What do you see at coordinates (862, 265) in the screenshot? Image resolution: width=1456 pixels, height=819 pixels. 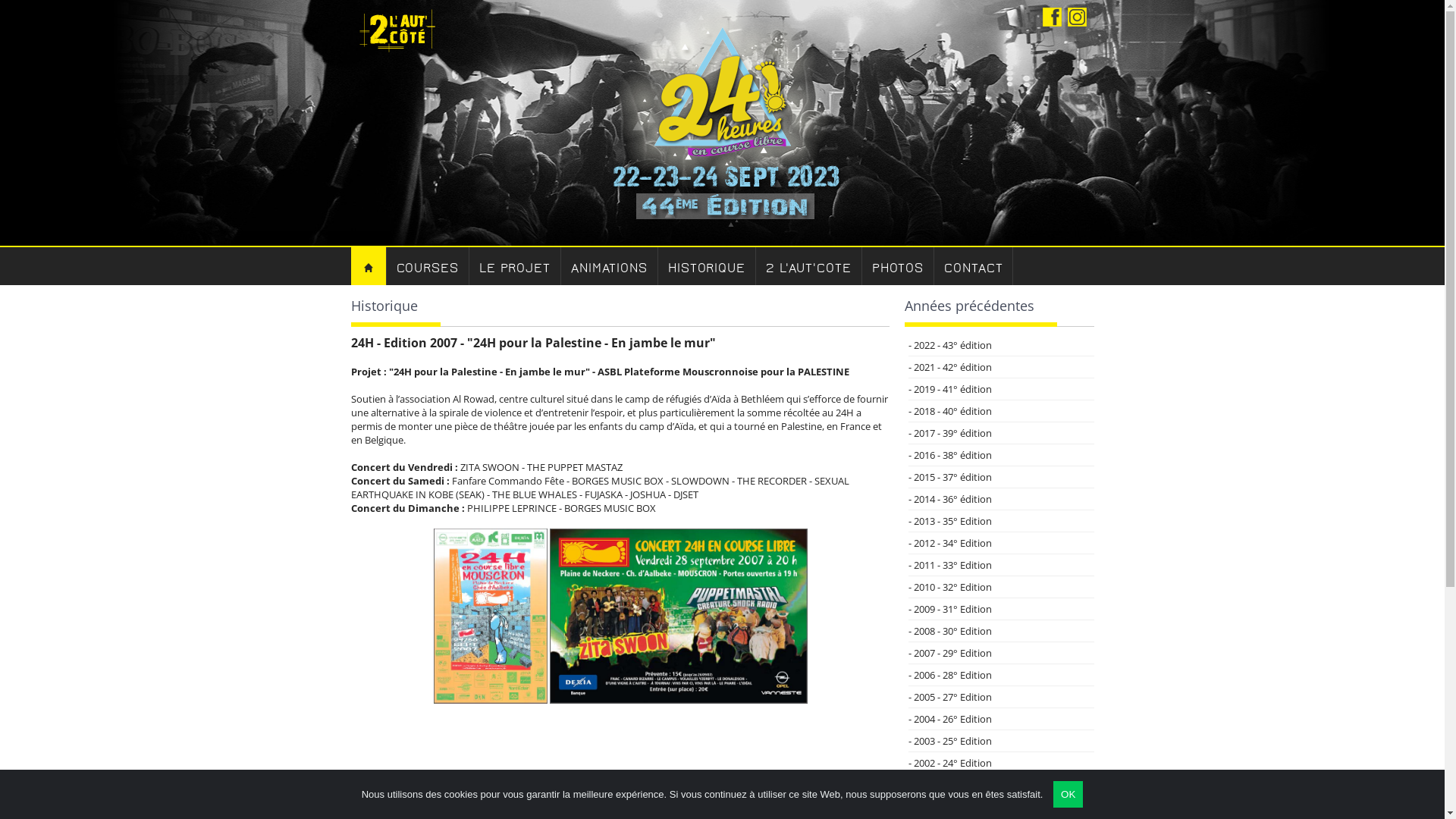 I see `'PHOTOS'` at bounding box center [862, 265].